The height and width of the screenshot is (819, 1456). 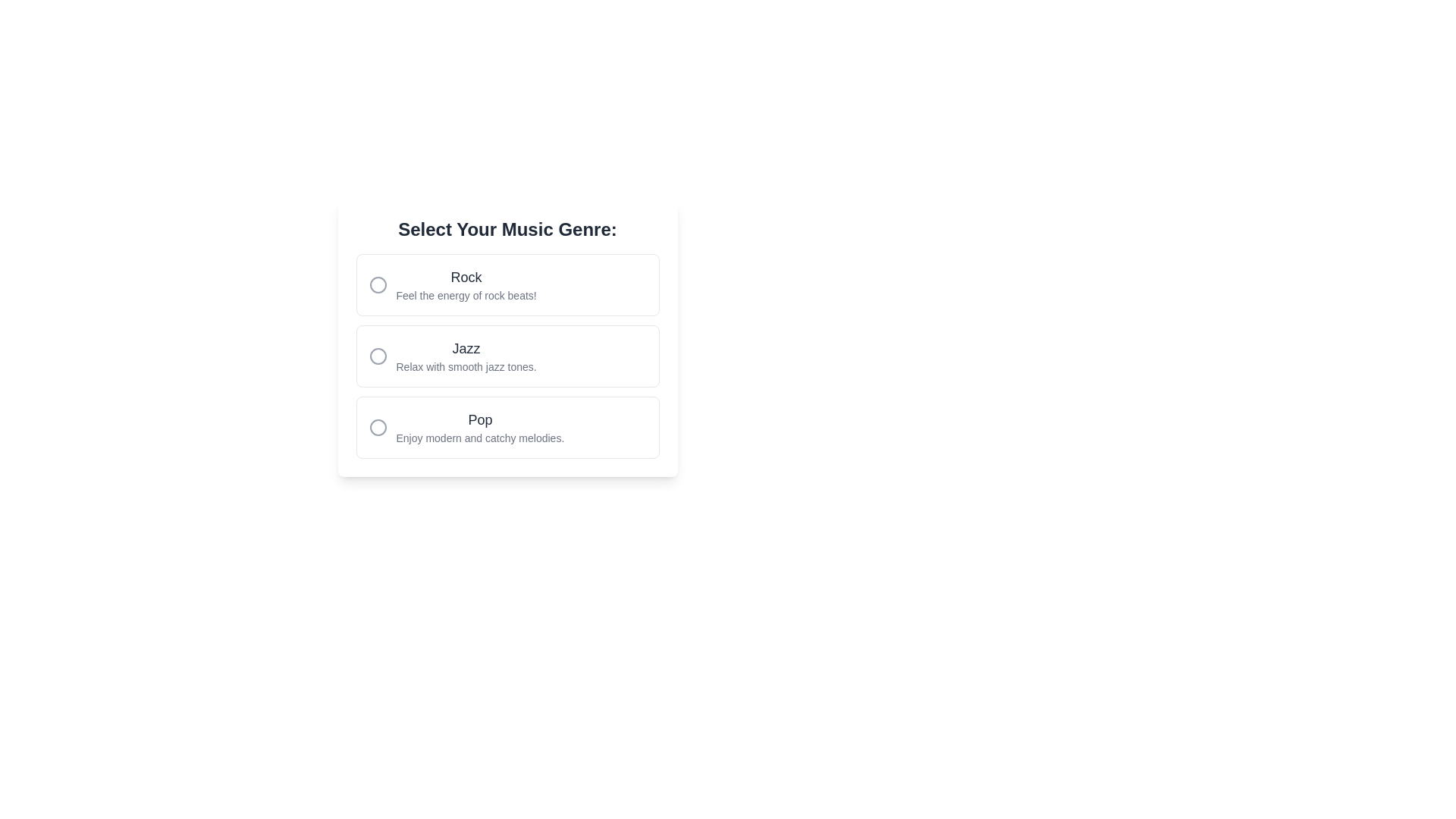 I want to click on the second genre option, 'Jazz', in the list, so click(x=507, y=356).